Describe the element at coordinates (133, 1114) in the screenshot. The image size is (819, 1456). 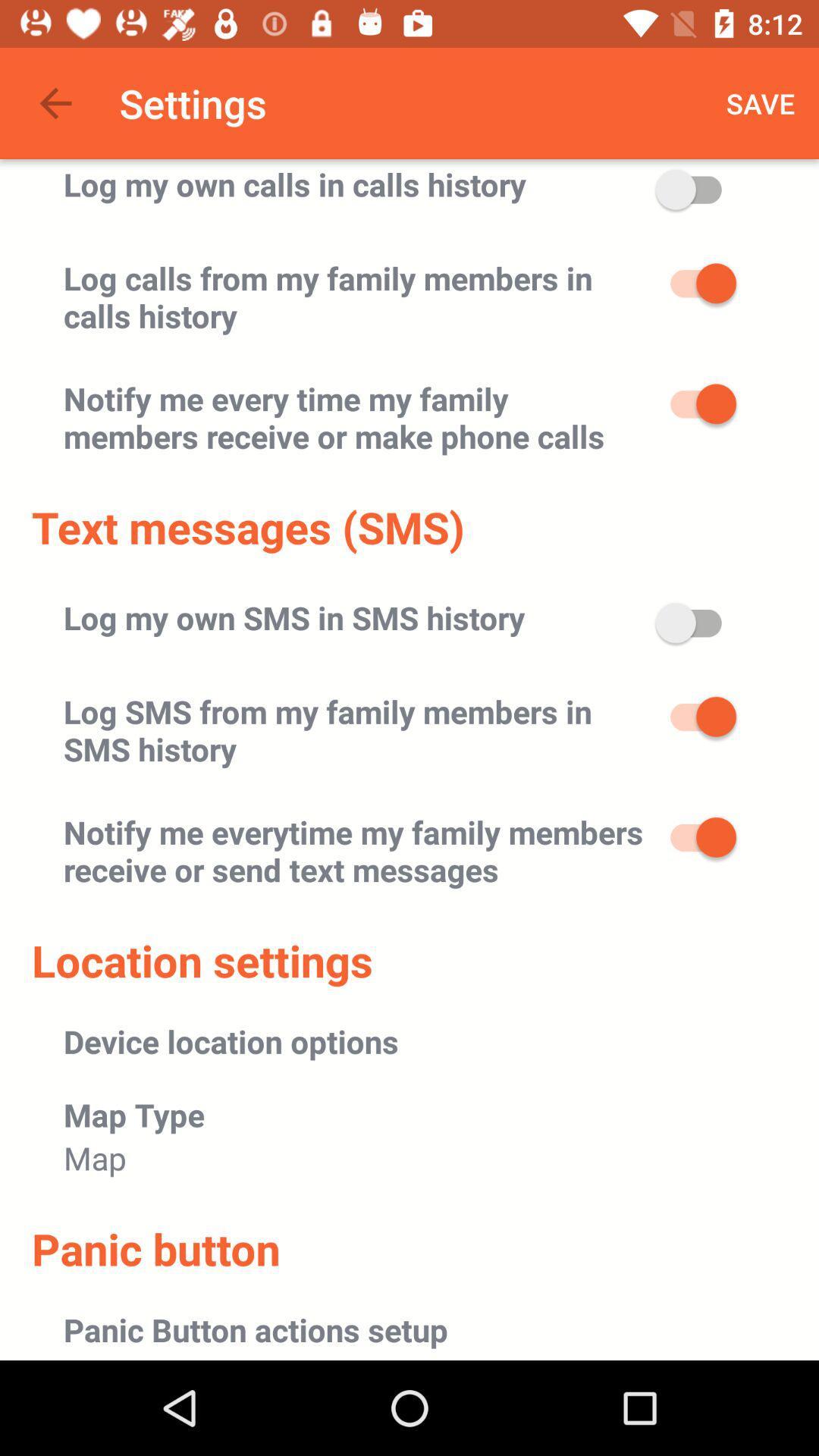
I see `the item above map item` at that location.